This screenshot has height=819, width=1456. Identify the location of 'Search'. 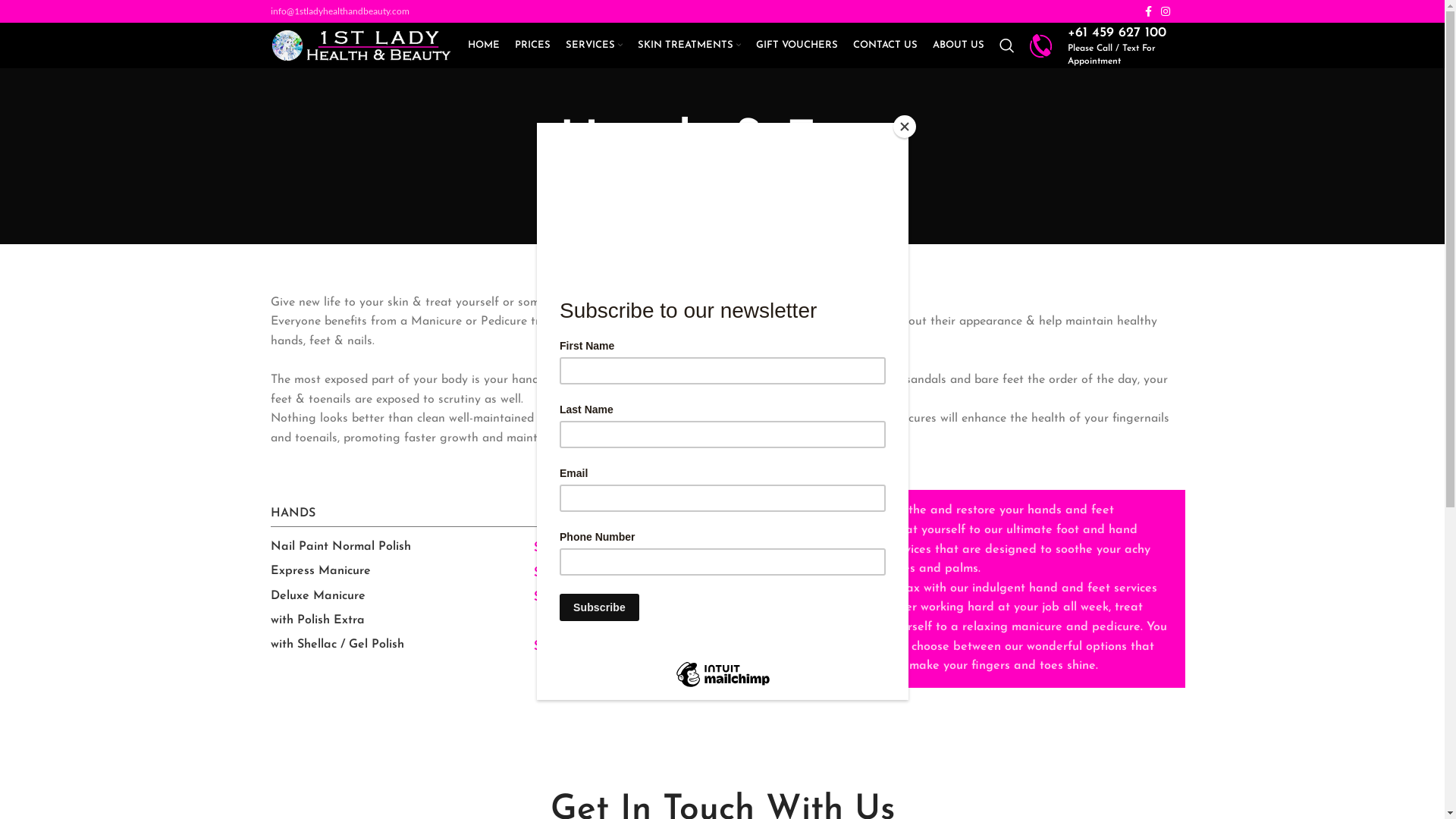
(992, 45).